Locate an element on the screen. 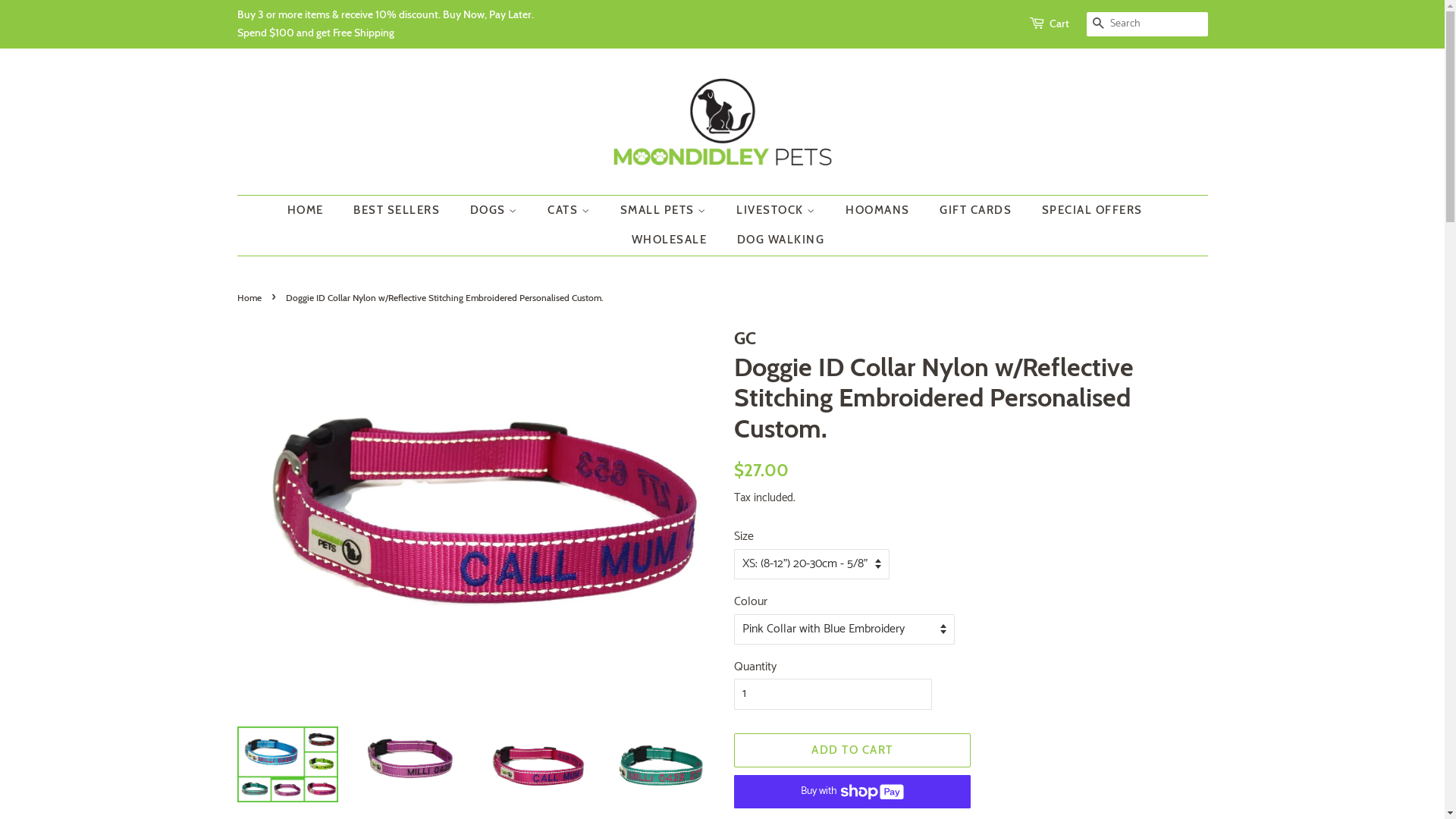  'SPECIAL OFFERS' is located at coordinates (1093, 210).